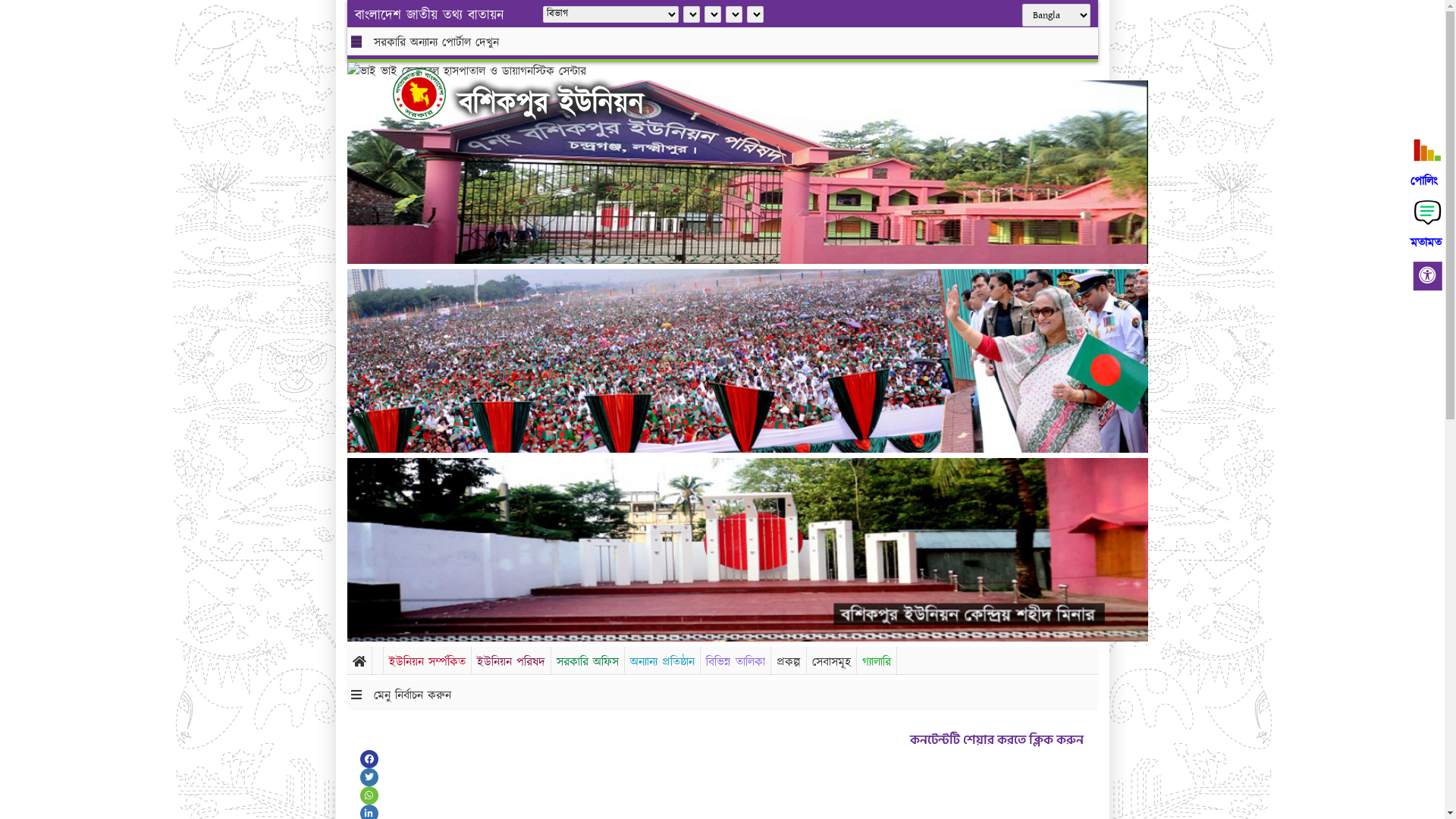 Image resolution: width=1456 pixels, height=819 pixels. I want to click on ', so click(393, 93).